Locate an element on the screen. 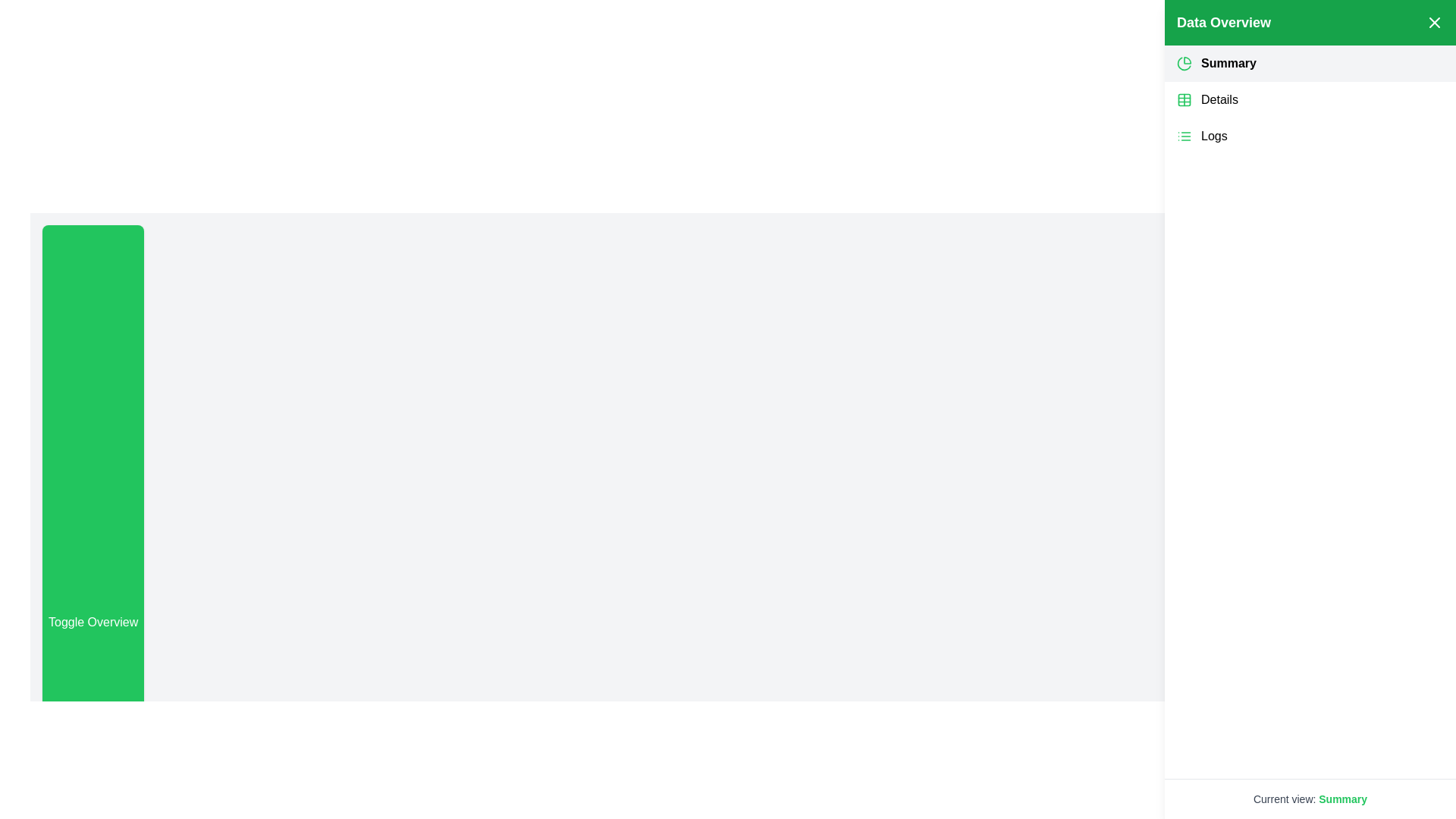  the 'Logs' icon located in the 'Data Overview' menu section is located at coordinates (1183, 136).